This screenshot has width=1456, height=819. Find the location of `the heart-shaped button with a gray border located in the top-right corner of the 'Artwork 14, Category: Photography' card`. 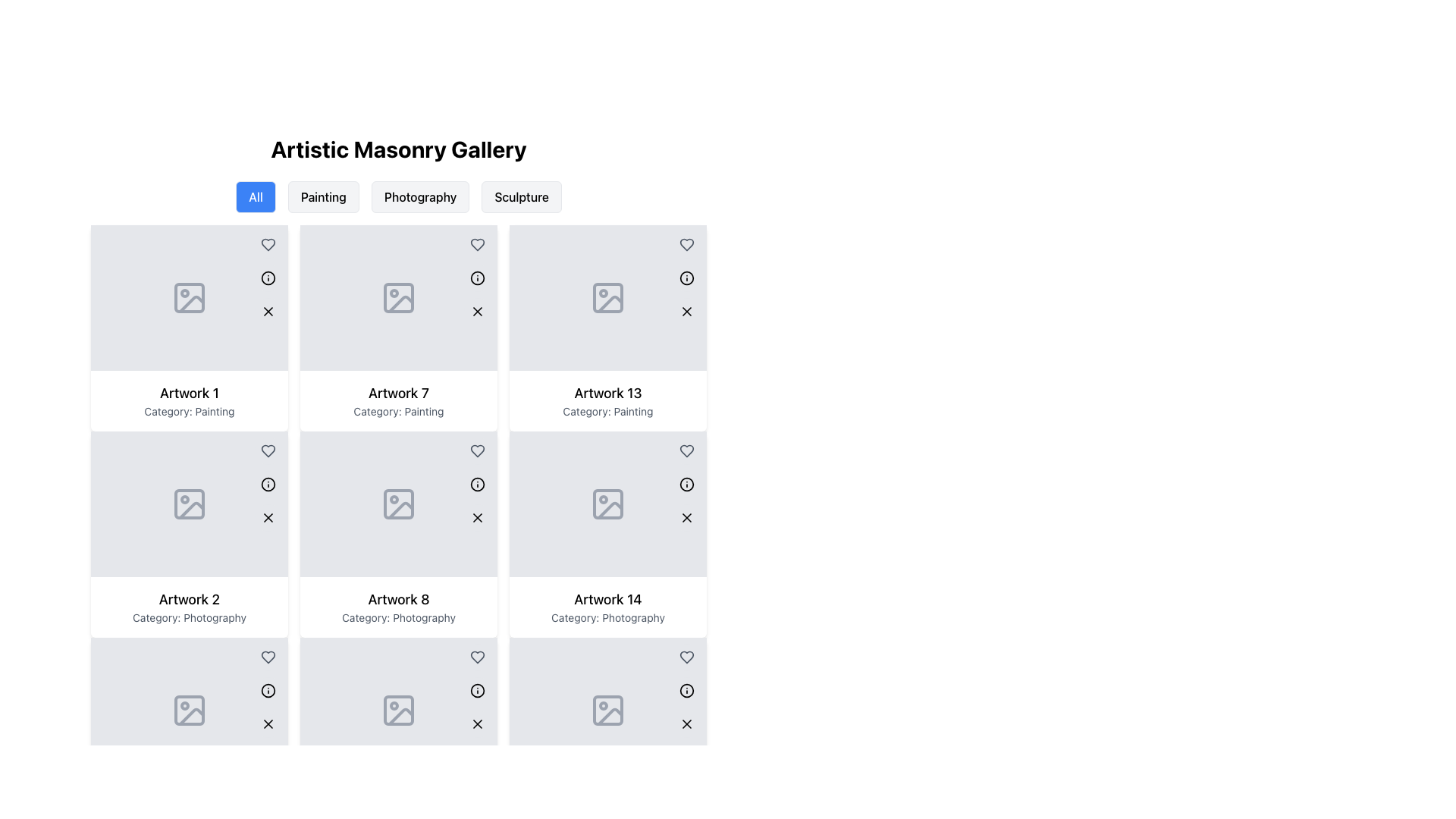

the heart-shaped button with a gray border located in the top-right corner of the 'Artwork 14, Category: Photography' card is located at coordinates (686, 657).